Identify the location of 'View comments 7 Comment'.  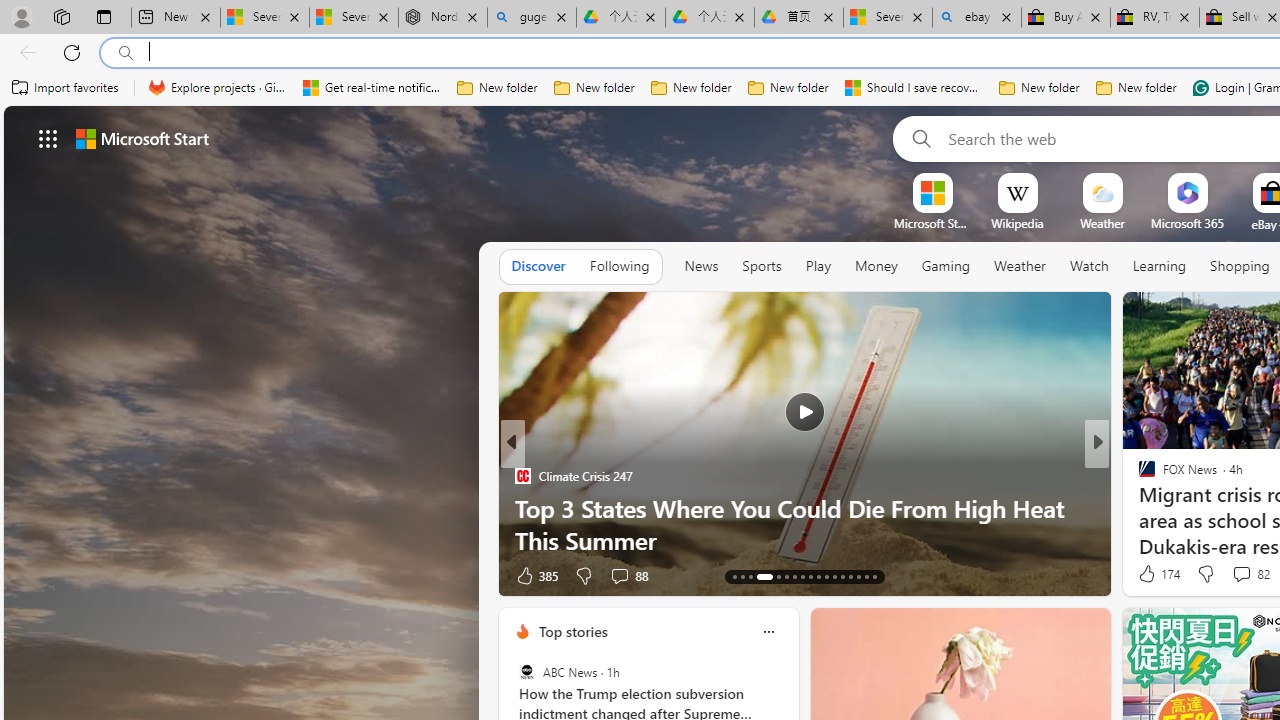
(1234, 575).